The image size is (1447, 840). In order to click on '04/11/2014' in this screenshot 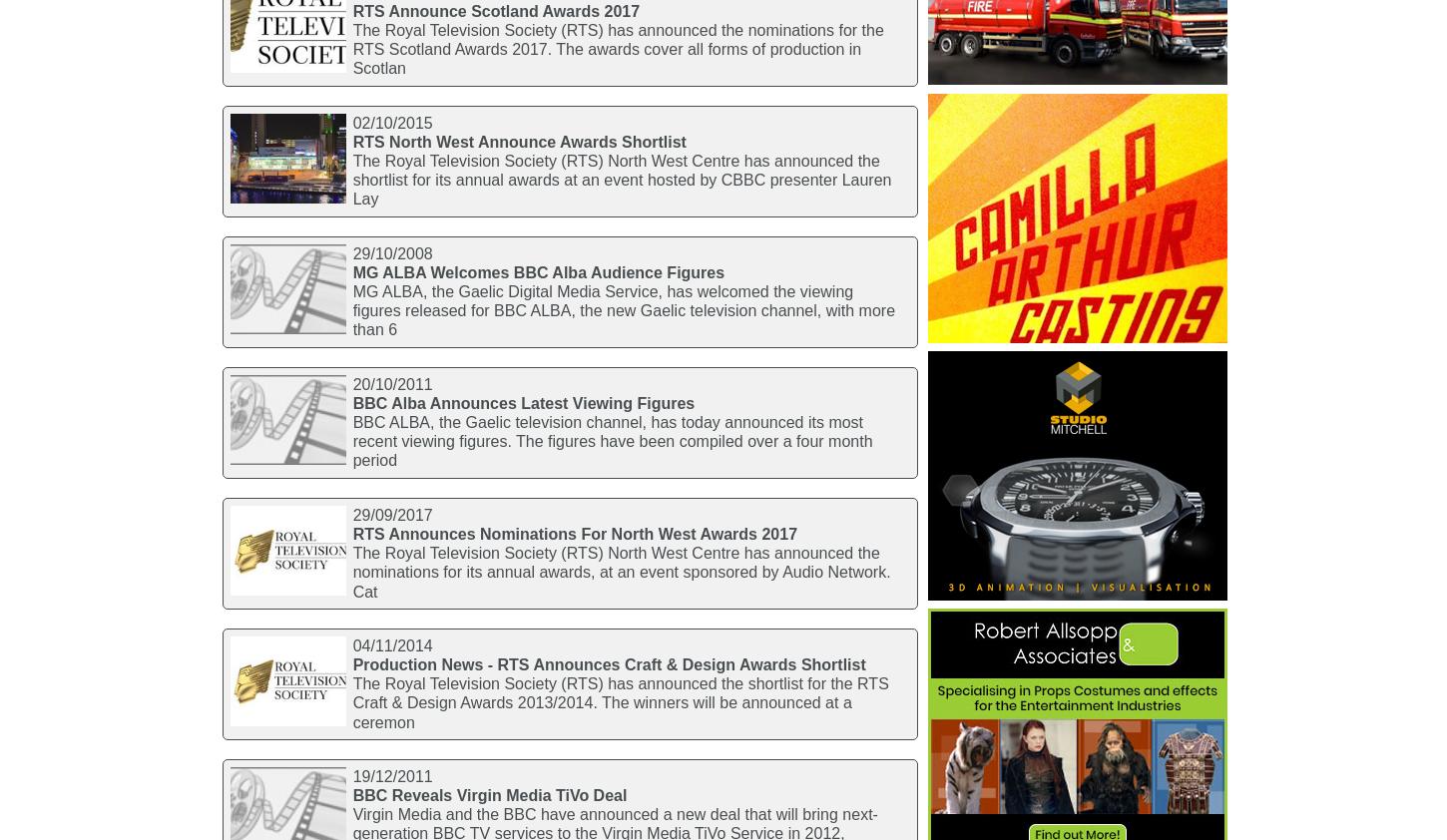, I will do `click(390, 644)`.